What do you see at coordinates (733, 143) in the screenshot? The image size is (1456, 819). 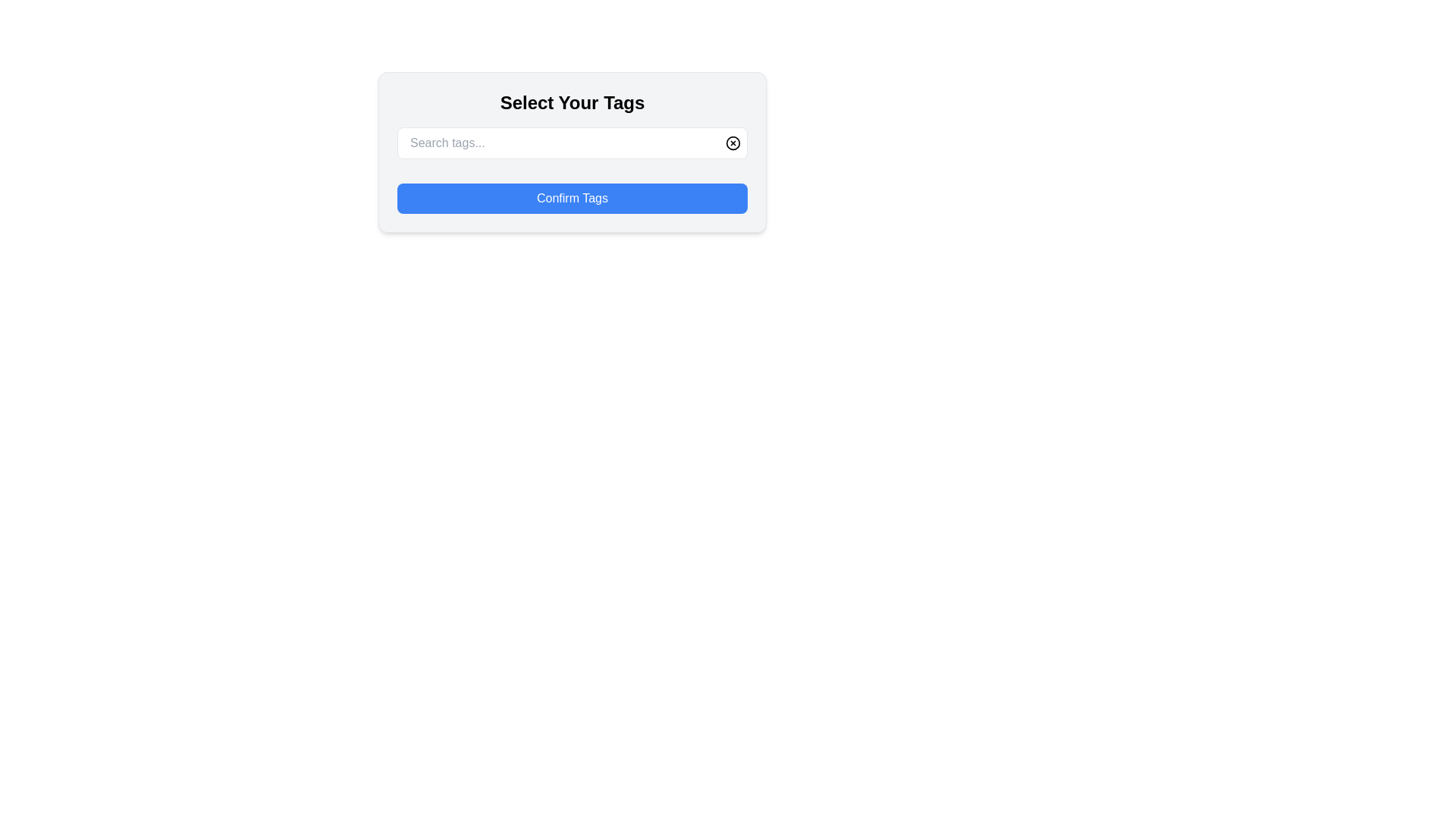 I see `the circular icon button with an 'X' in the center, located to the right of the text input field, to clear the input` at bounding box center [733, 143].